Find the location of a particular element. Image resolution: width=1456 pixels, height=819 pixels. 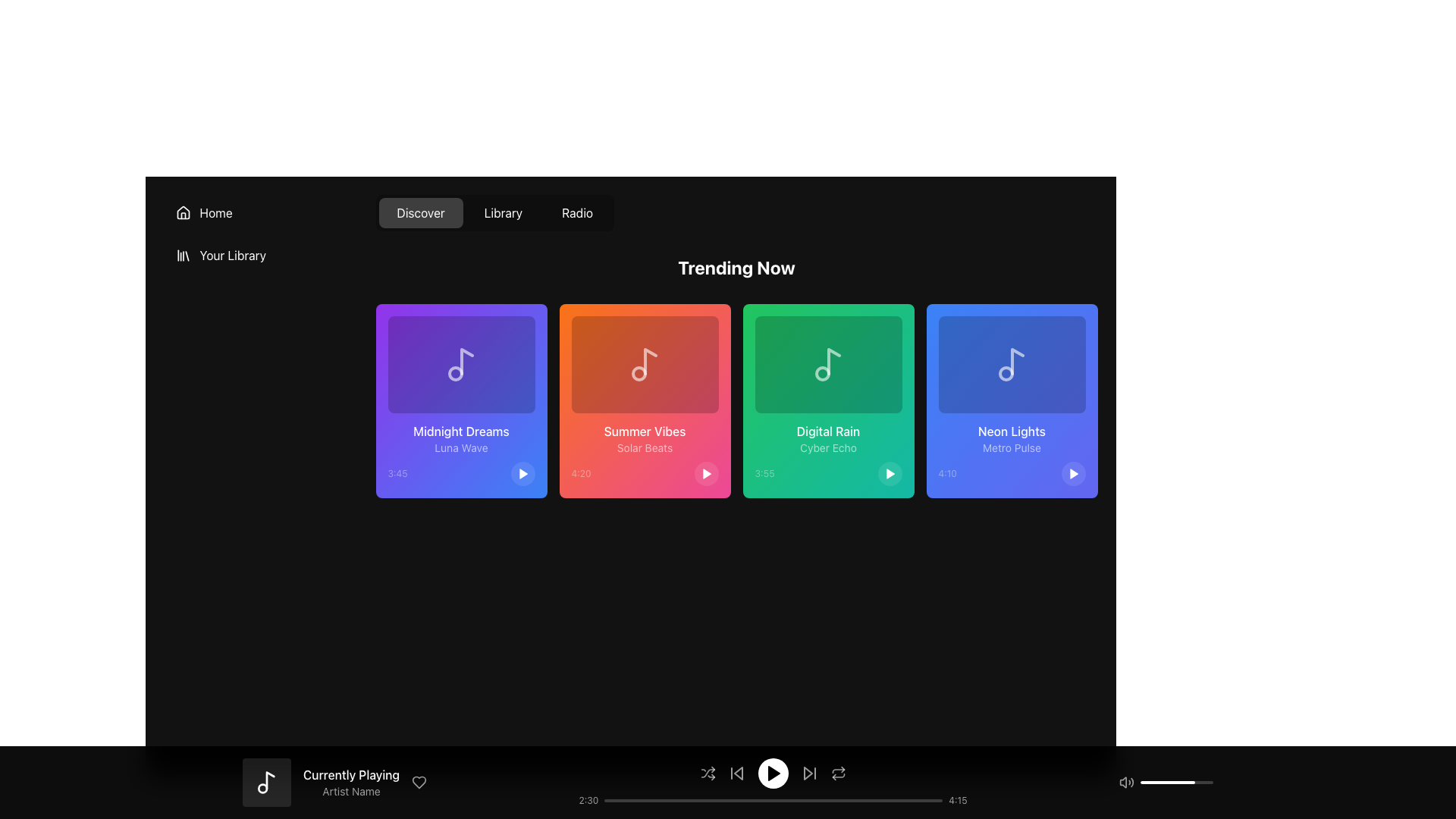

the static text element displaying 'Digital Rain', which is centrally positioned on a green gradient background within a card in the 'Trending Now' section is located at coordinates (827, 431).